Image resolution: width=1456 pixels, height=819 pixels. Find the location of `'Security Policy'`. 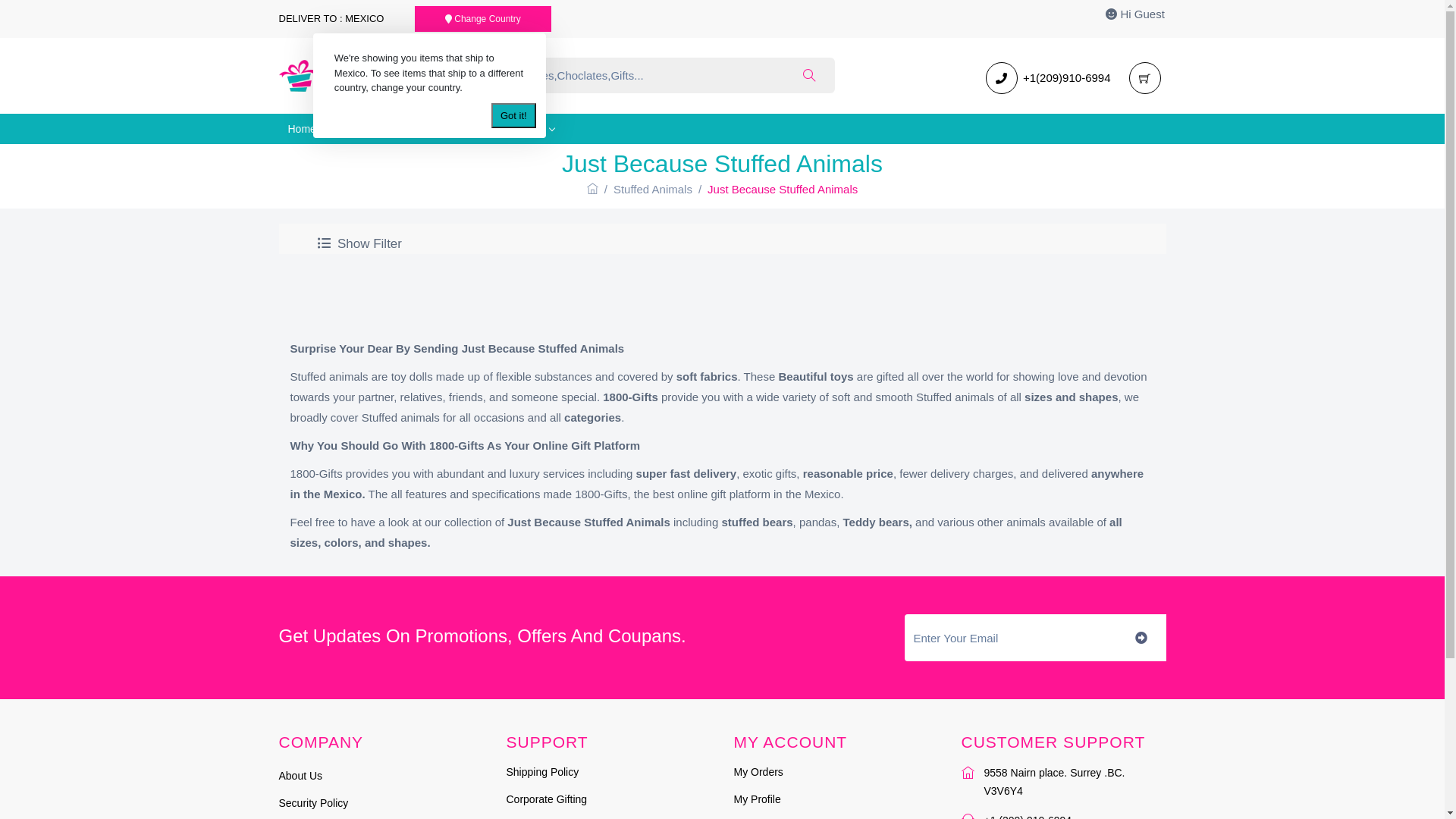

'Security Policy' is located at coordinates (279, 802).